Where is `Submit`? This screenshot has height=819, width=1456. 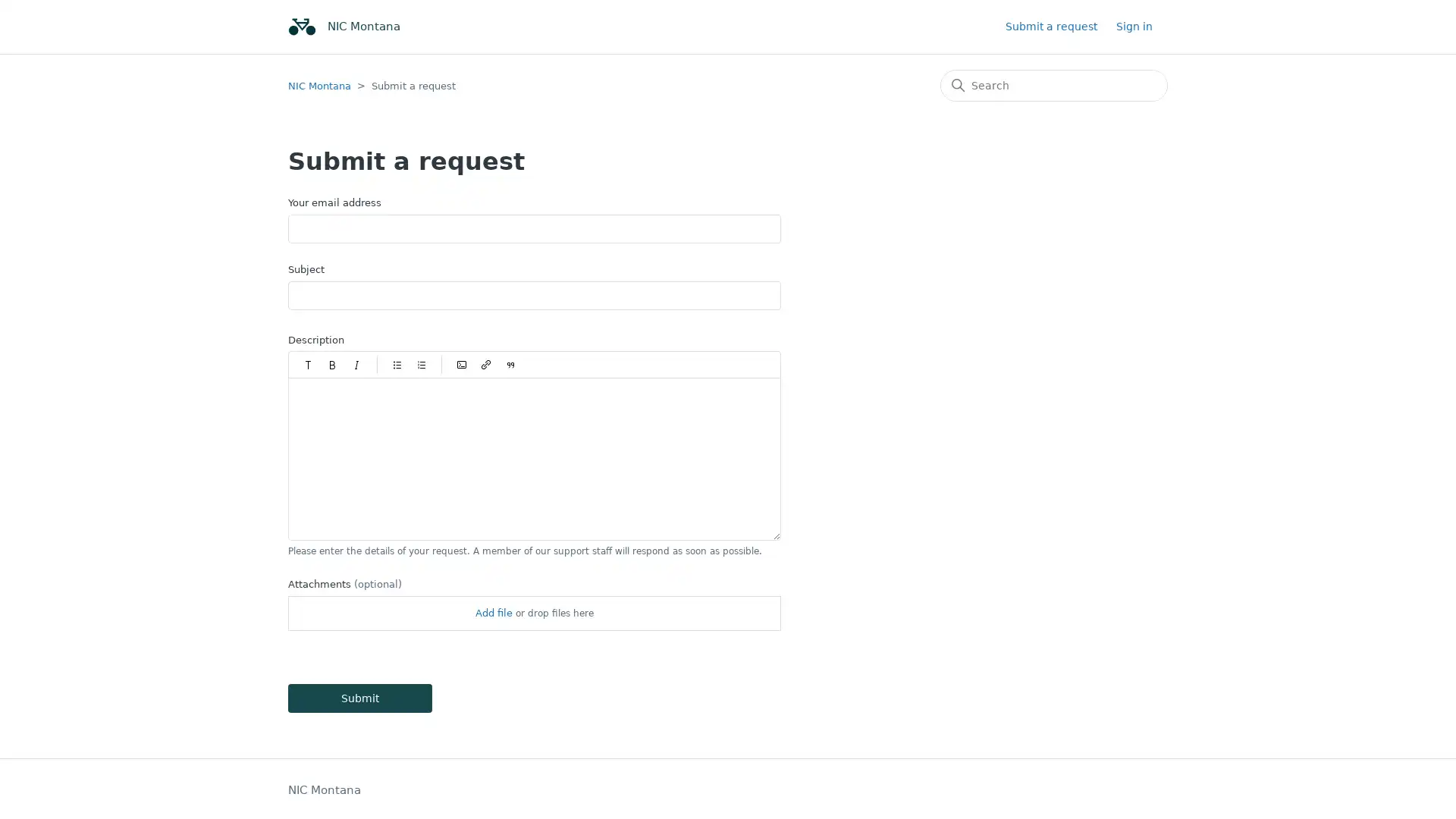 Submit is located at coordinates (359, 698).